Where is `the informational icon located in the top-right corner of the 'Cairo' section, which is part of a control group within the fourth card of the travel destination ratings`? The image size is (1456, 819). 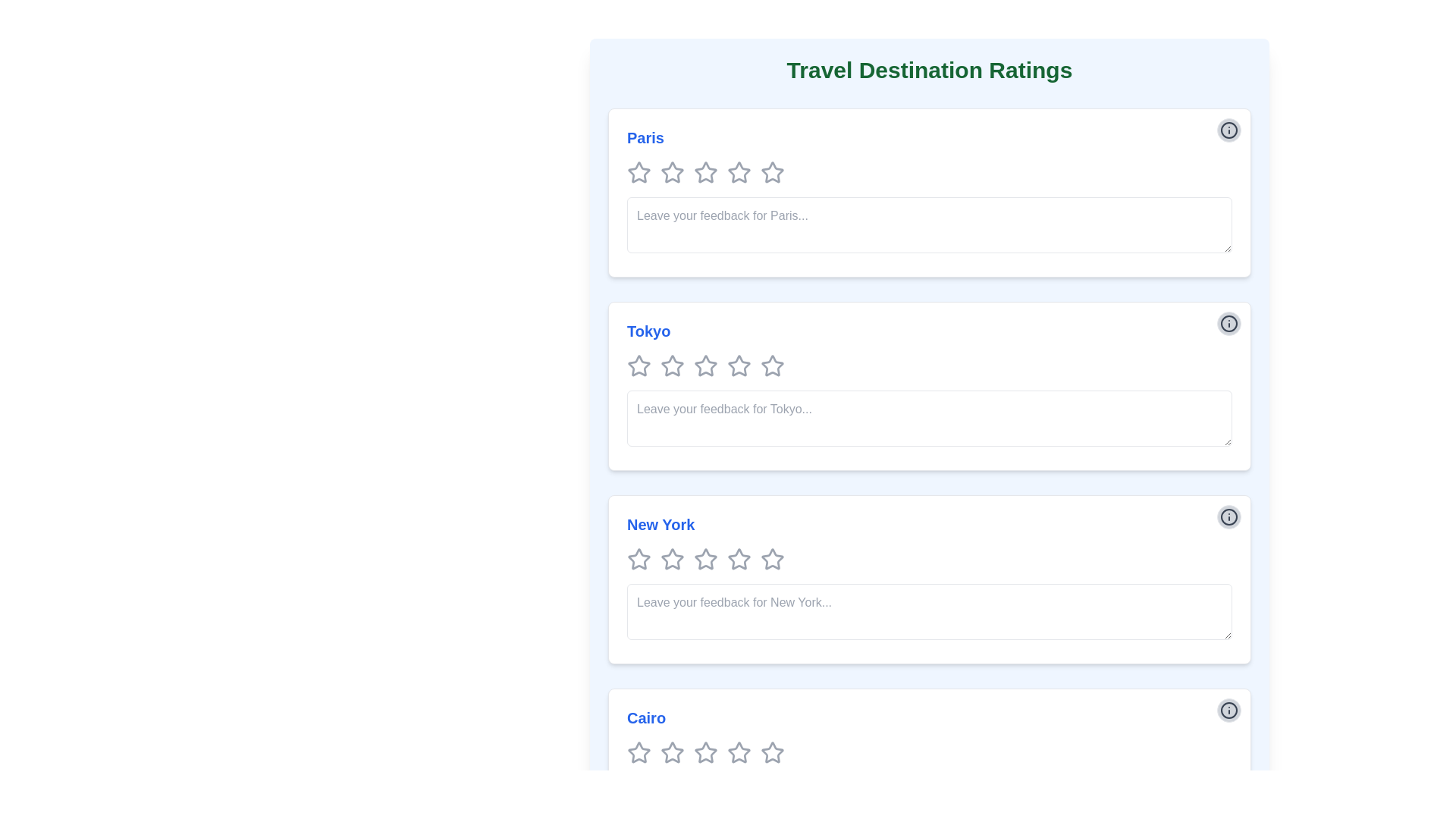 the informational icon located in the top-right corner of the 'Cairo' section, which is part of a control group within the fourth card of the travel destination ratings is located at coordinates (1229, 711).